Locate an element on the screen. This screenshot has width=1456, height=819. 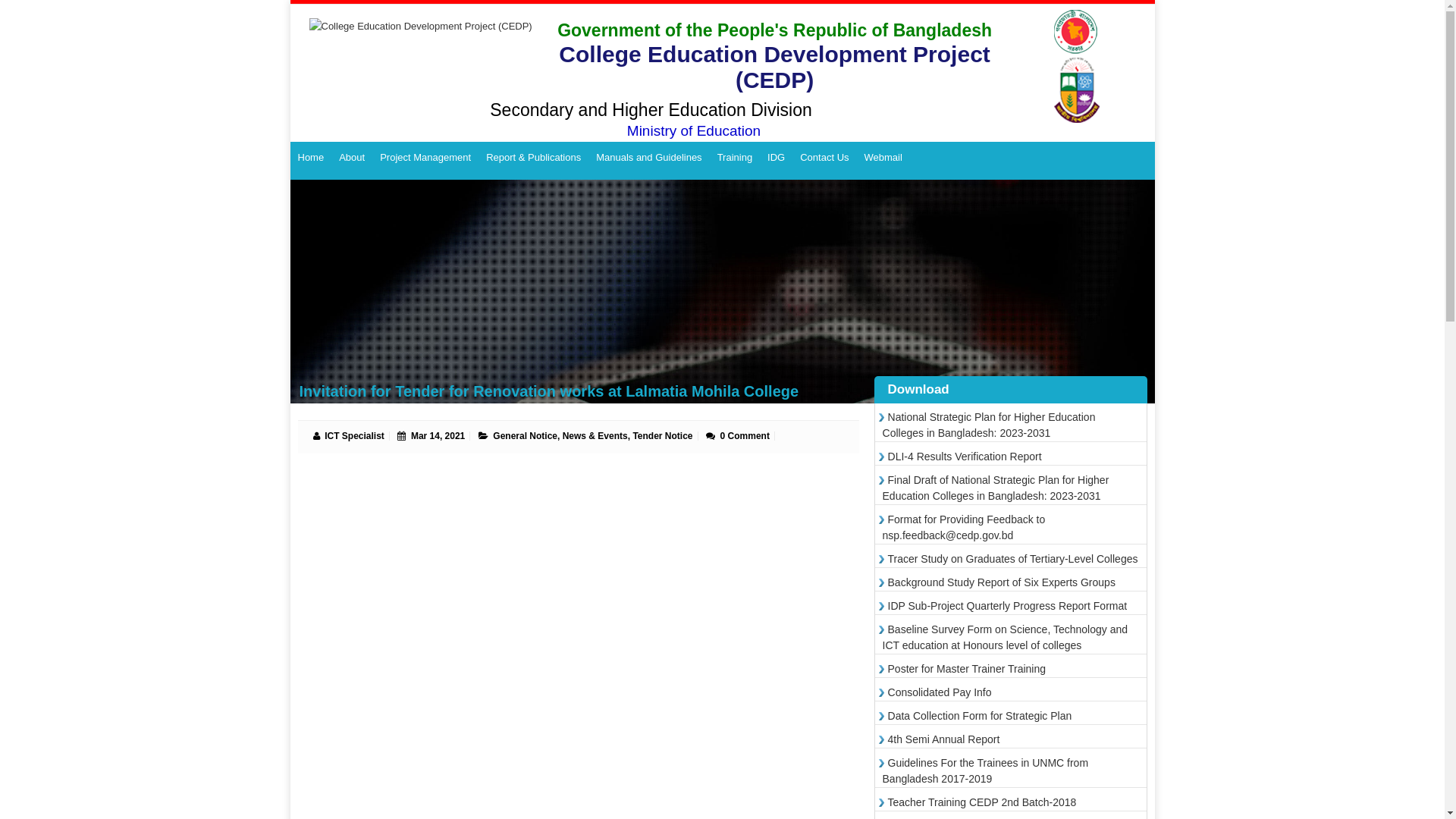
'IDP Sub-Project Quarterly Progress Report Format' is located at coordinates (882, 604).